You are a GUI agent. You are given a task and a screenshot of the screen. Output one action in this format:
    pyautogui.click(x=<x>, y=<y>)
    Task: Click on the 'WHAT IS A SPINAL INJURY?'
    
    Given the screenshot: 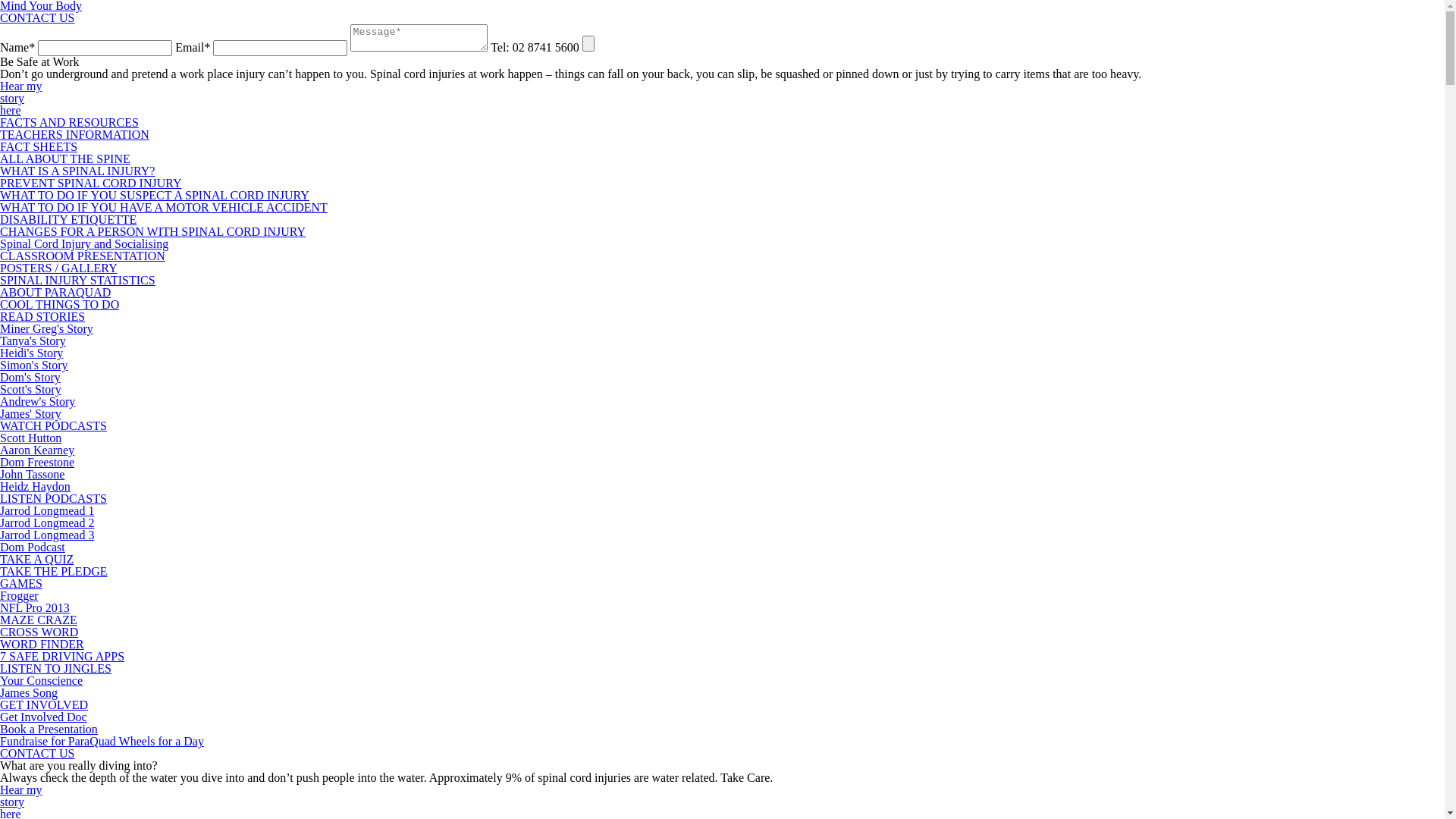 What is the action you would take?
    pyautogui.click(x=0, y=171)
    